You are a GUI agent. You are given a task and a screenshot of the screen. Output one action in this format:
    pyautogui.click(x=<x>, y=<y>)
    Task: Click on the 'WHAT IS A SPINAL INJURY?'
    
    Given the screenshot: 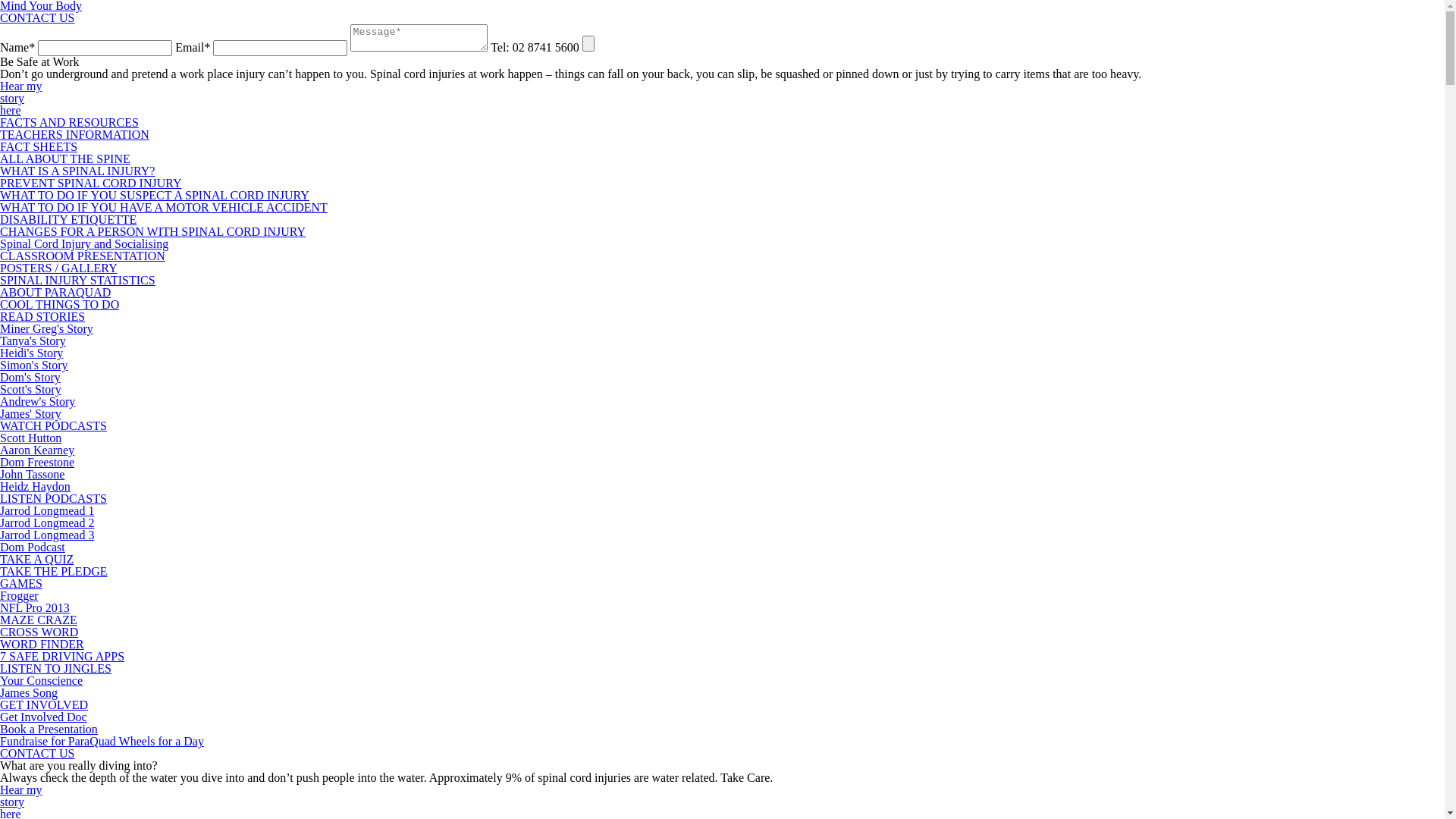 What is the action you would take?
    pyautogui.click(x=0, y=171)
    